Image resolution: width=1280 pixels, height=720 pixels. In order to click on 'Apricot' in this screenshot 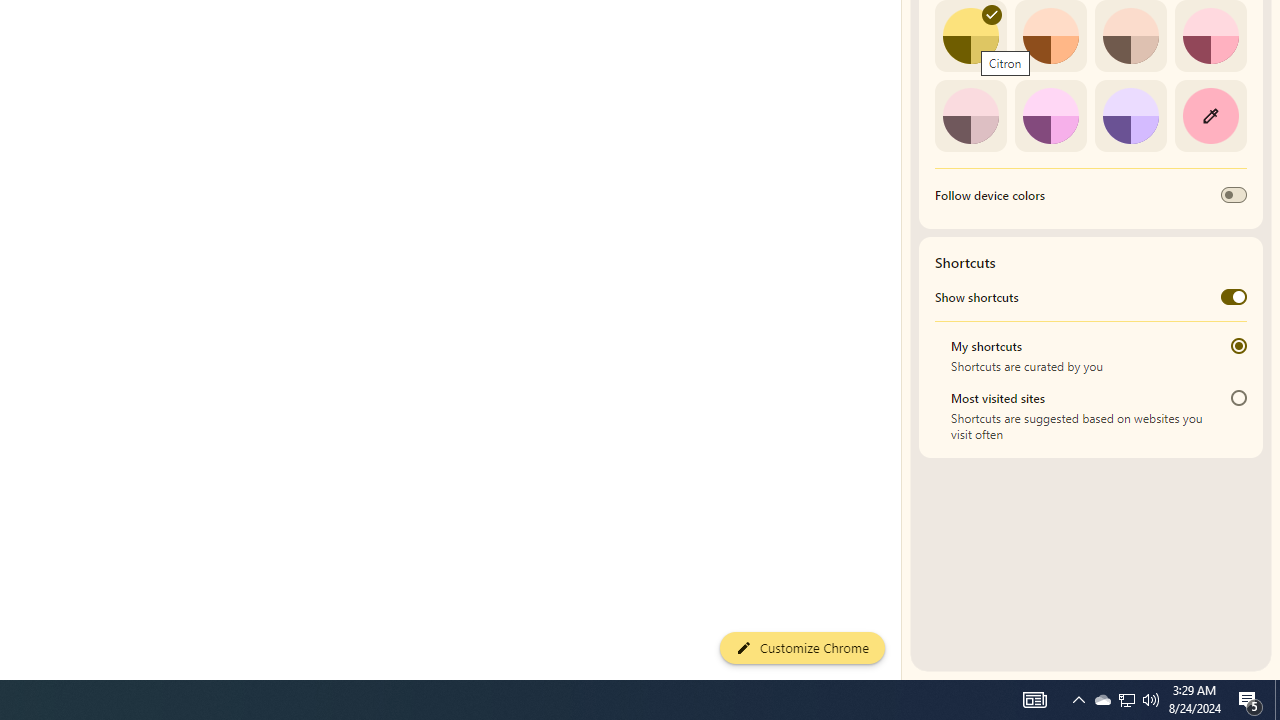, I will do `click(1130, 36)`.